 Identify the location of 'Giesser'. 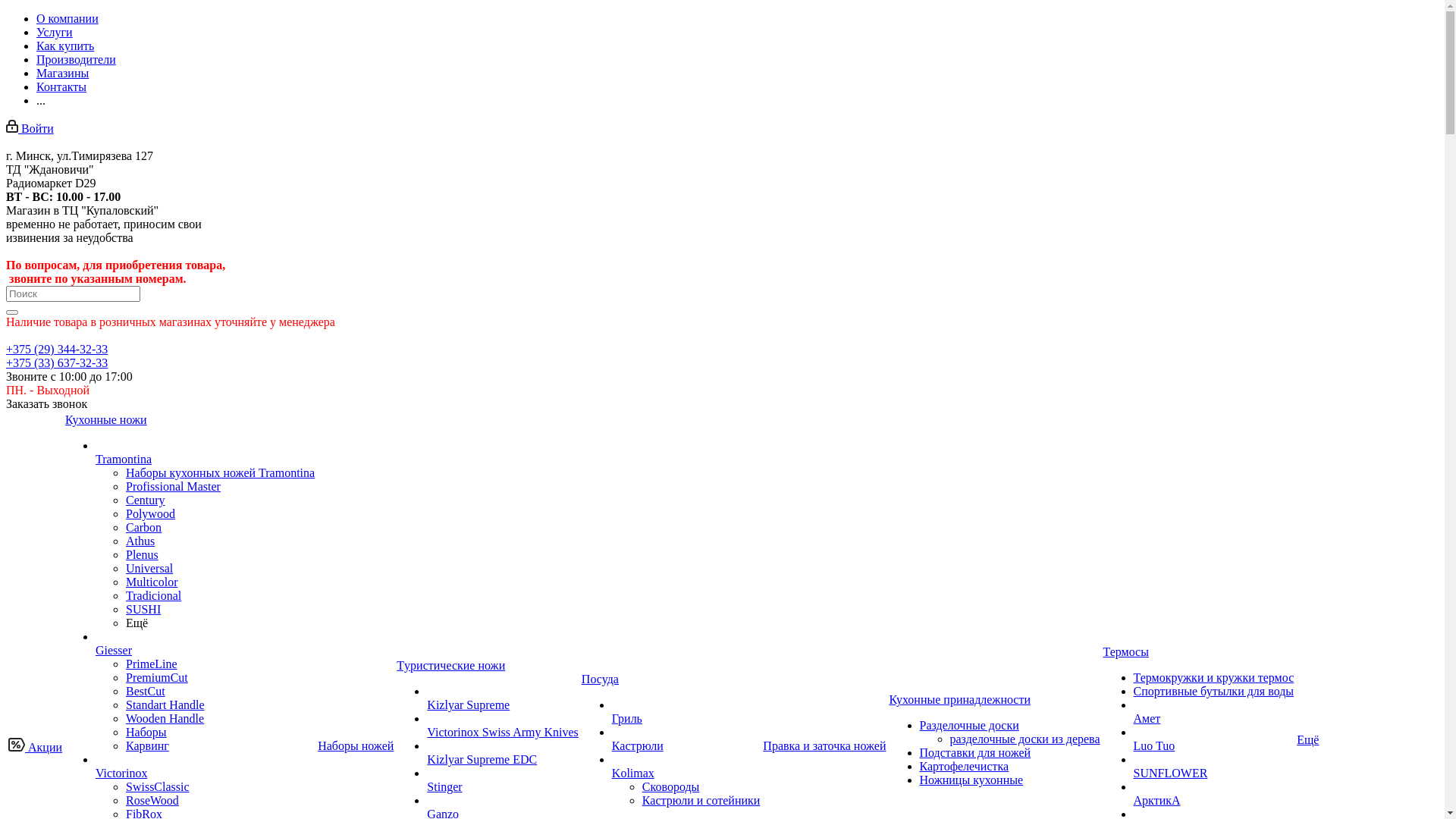
(95, 640).